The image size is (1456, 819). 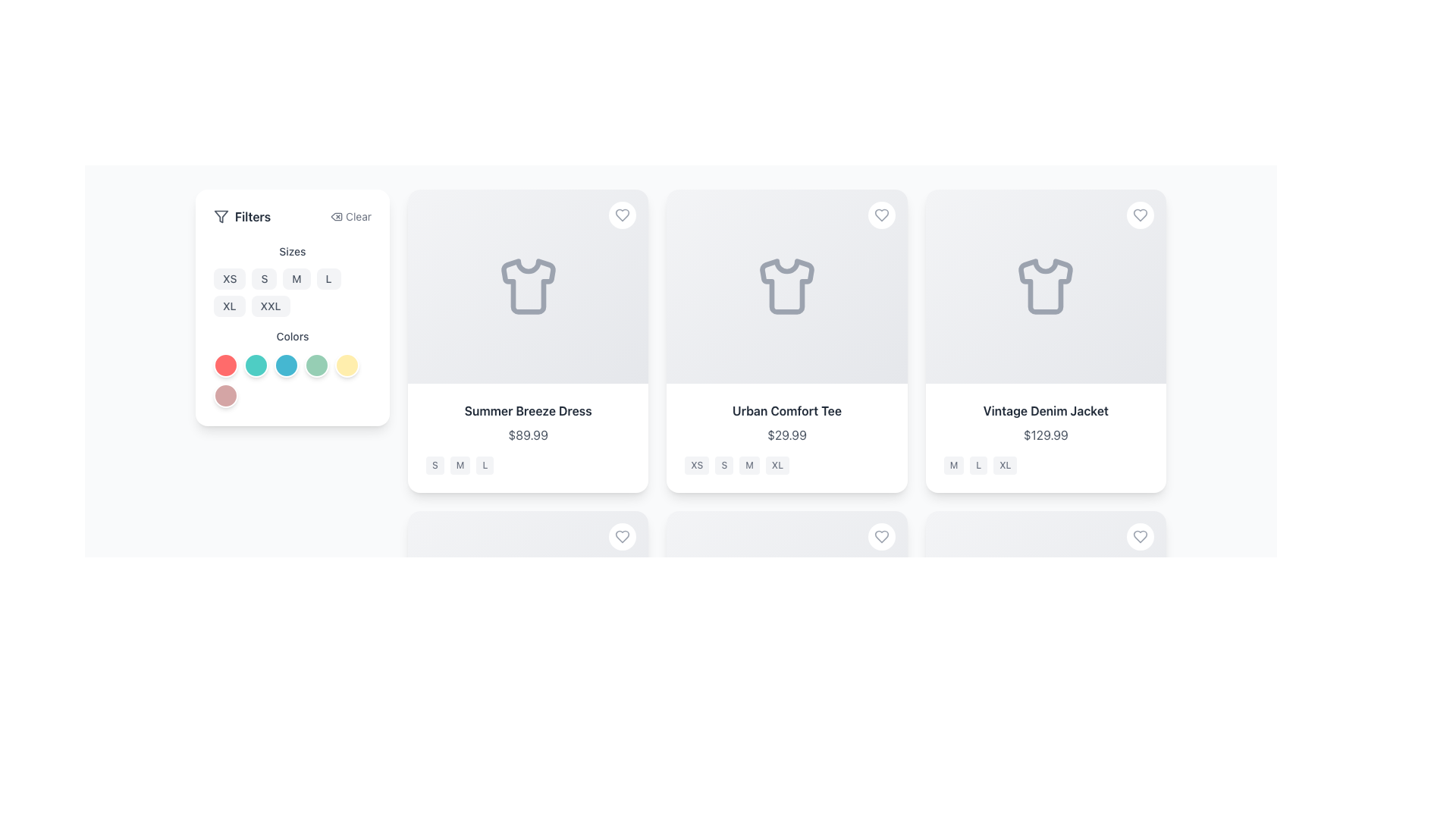 I want to click on the first rounded rectangular badge with a light gray background and the text 'S' below the 'Summer Breeze Dress' card in the 'Sizes' group, so click(x=434, y=464).